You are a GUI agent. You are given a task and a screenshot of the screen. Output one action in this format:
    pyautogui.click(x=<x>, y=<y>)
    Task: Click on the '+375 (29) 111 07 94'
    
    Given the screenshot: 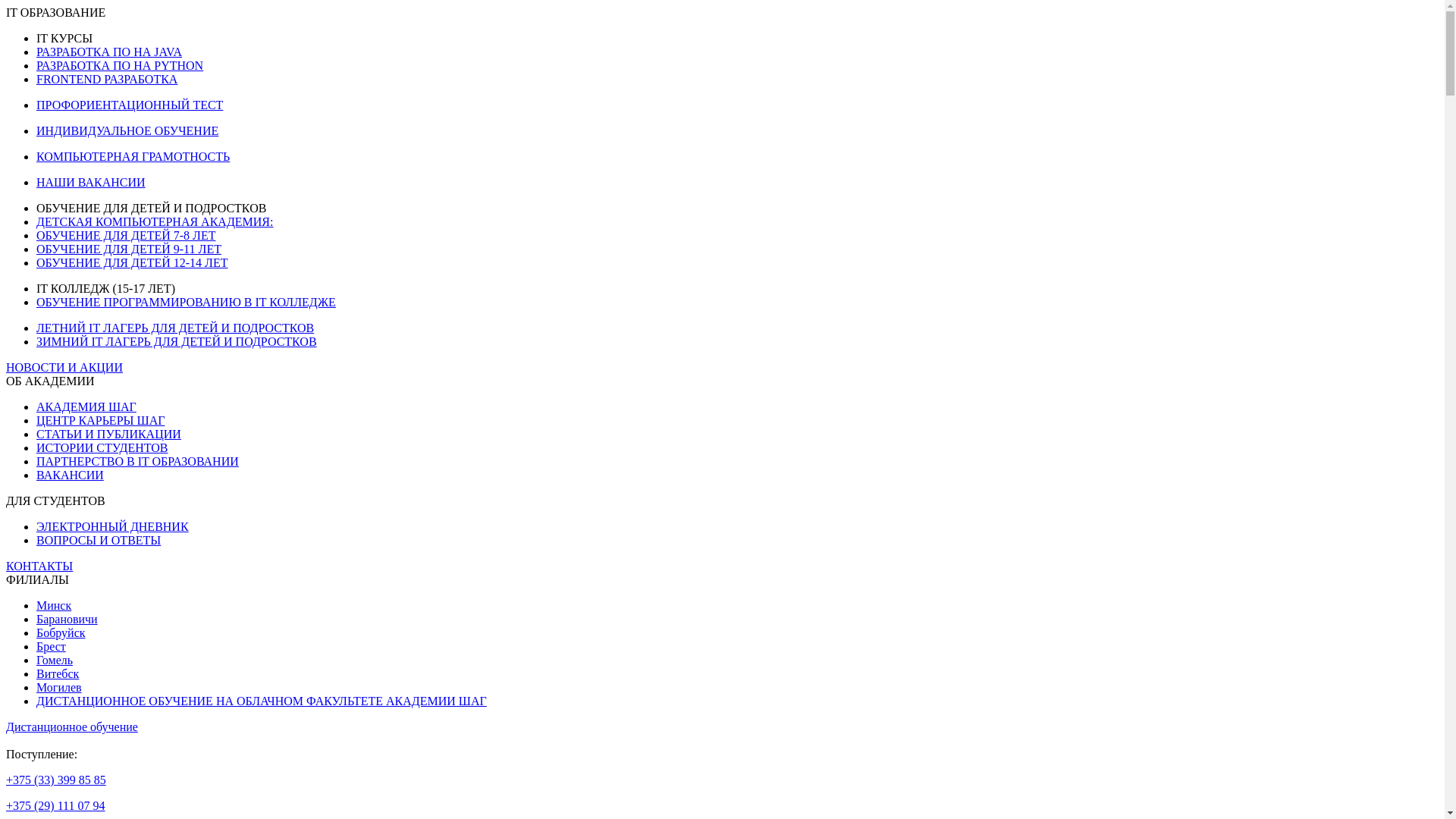 What is the action you would take?
    pyautogui.click(x=55, y=805)
    